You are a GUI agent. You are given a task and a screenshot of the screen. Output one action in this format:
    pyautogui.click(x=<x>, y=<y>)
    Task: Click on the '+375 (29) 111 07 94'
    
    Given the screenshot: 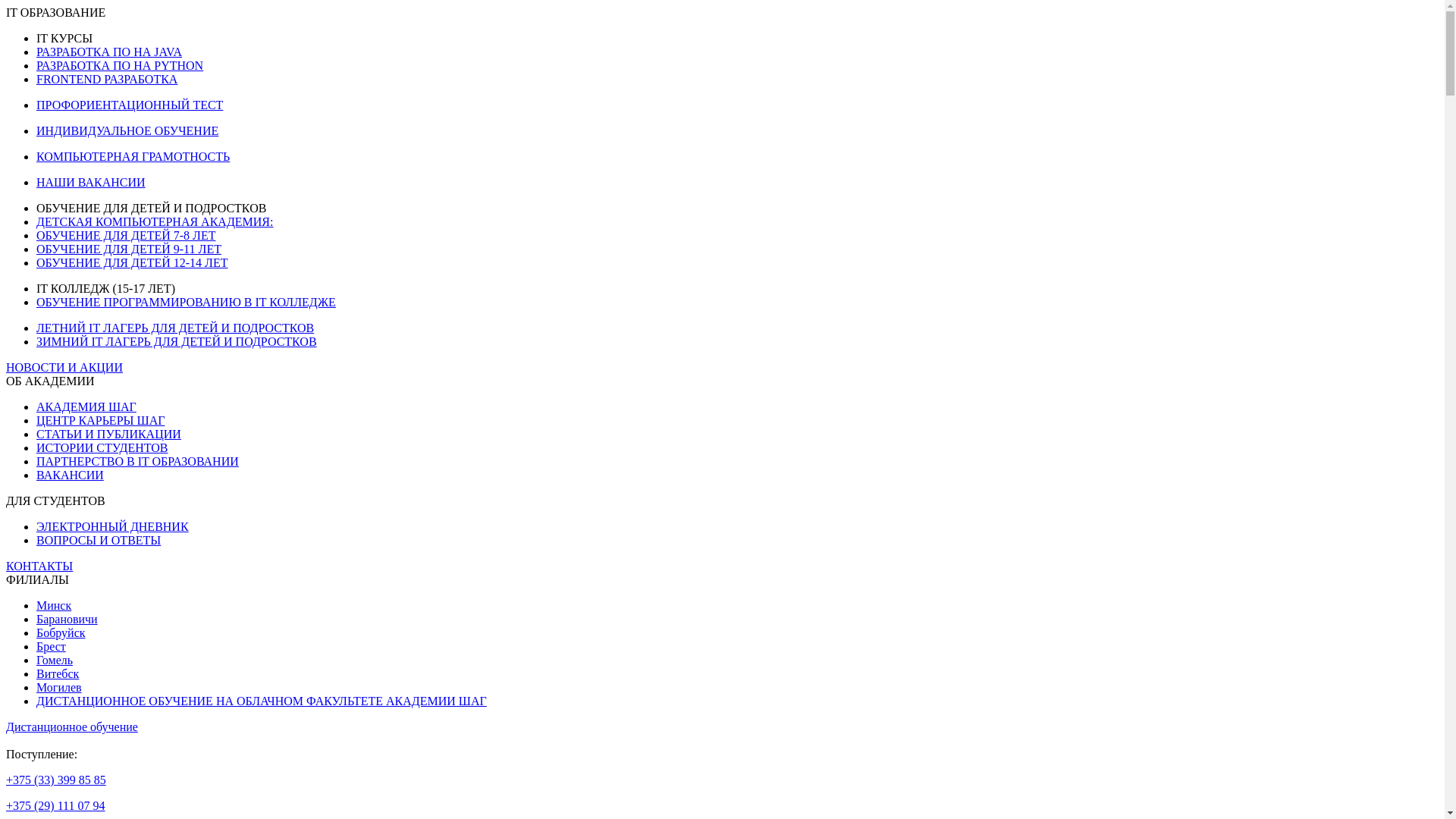 What is the action you would take?
    pyautogui.click(x=55, y=805)
    